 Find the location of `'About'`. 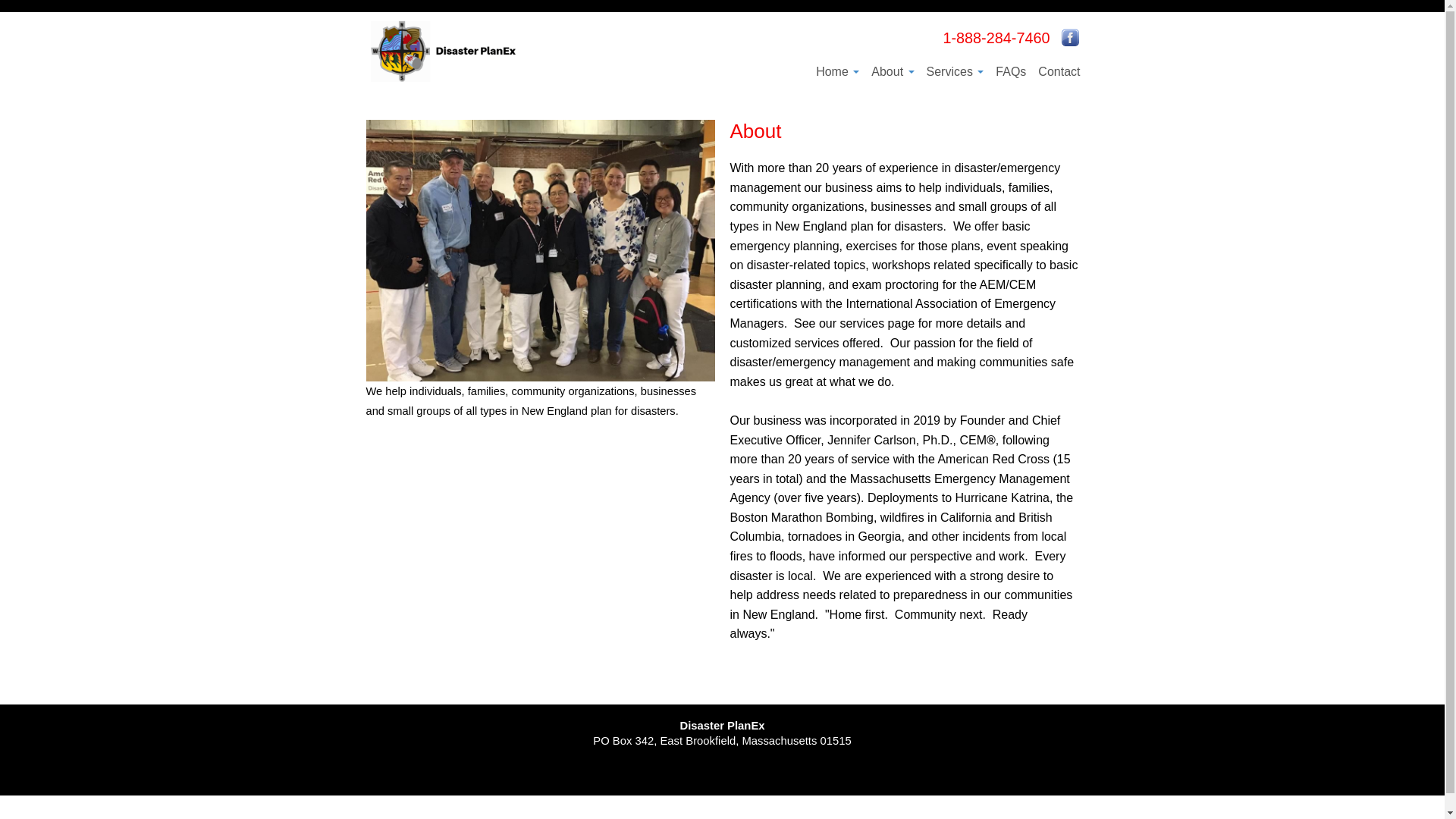

'About' is located at coordinates (892, 71).